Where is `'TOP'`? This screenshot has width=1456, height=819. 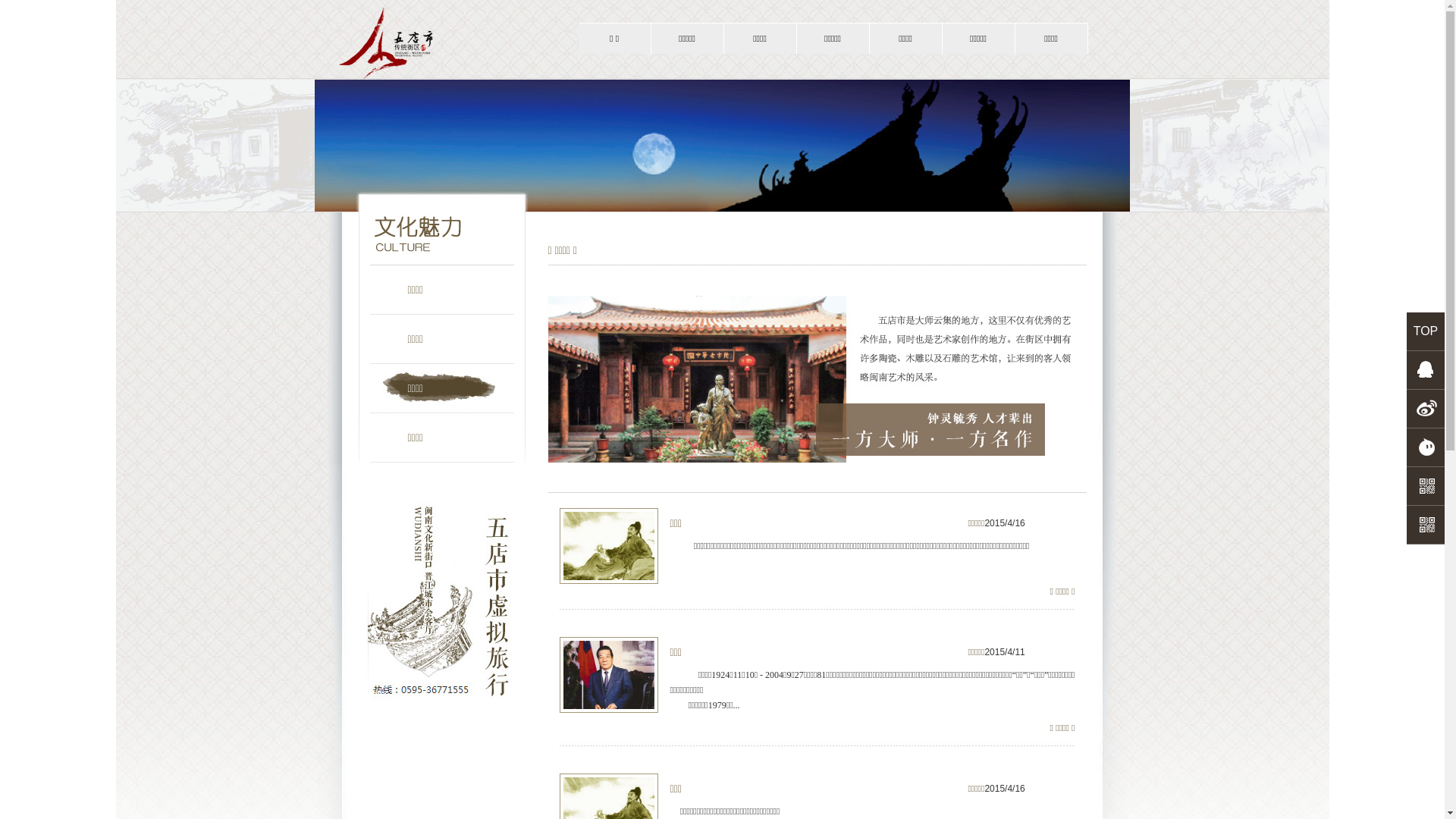 'TOP' is located at coordinates (1425, 330).